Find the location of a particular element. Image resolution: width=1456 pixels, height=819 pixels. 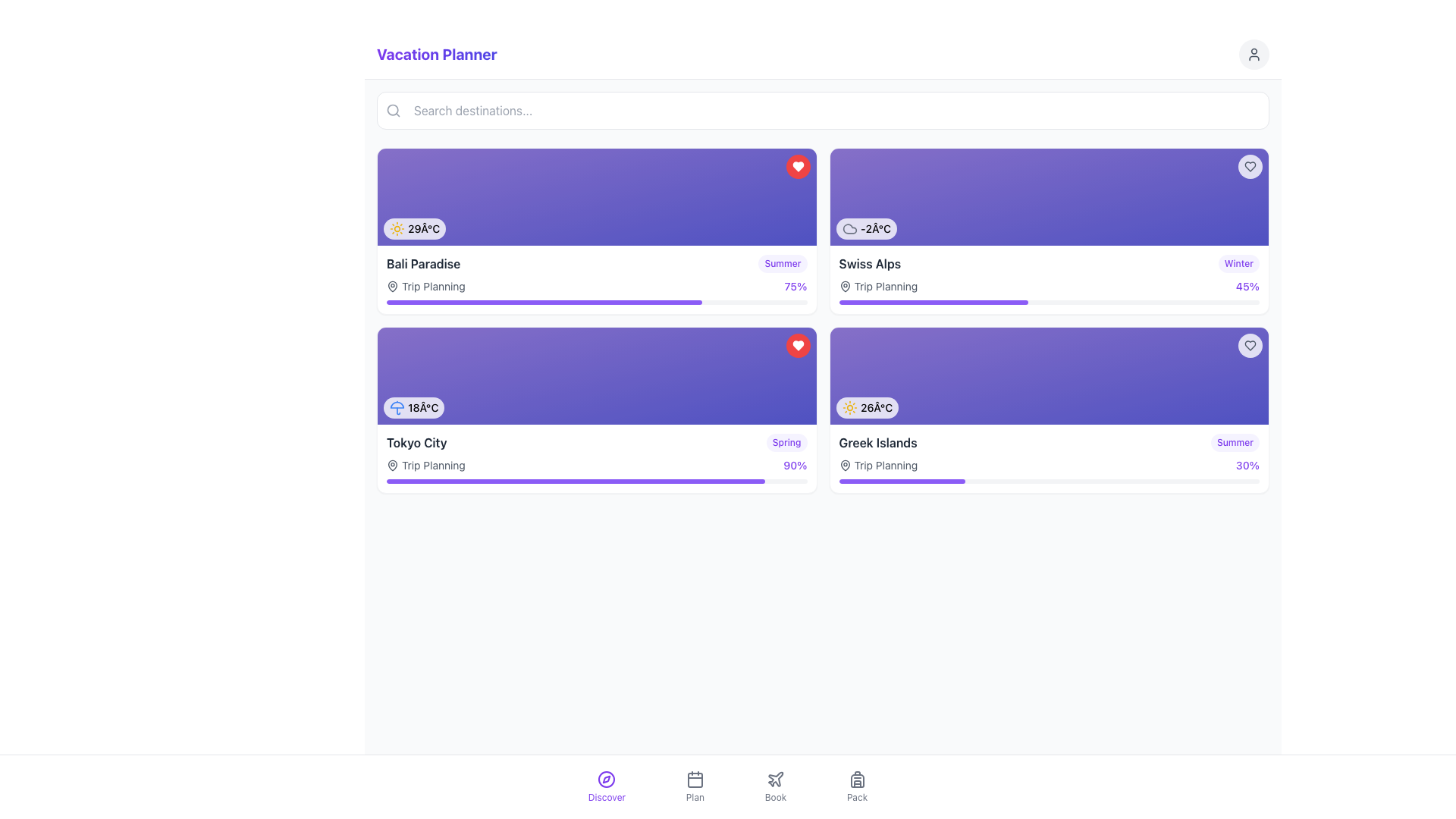

progress bar segment indicating 30% completion, located below the 'Greek Islands' card in the bottom right corner of the card group is located at coordinates (902, 482).